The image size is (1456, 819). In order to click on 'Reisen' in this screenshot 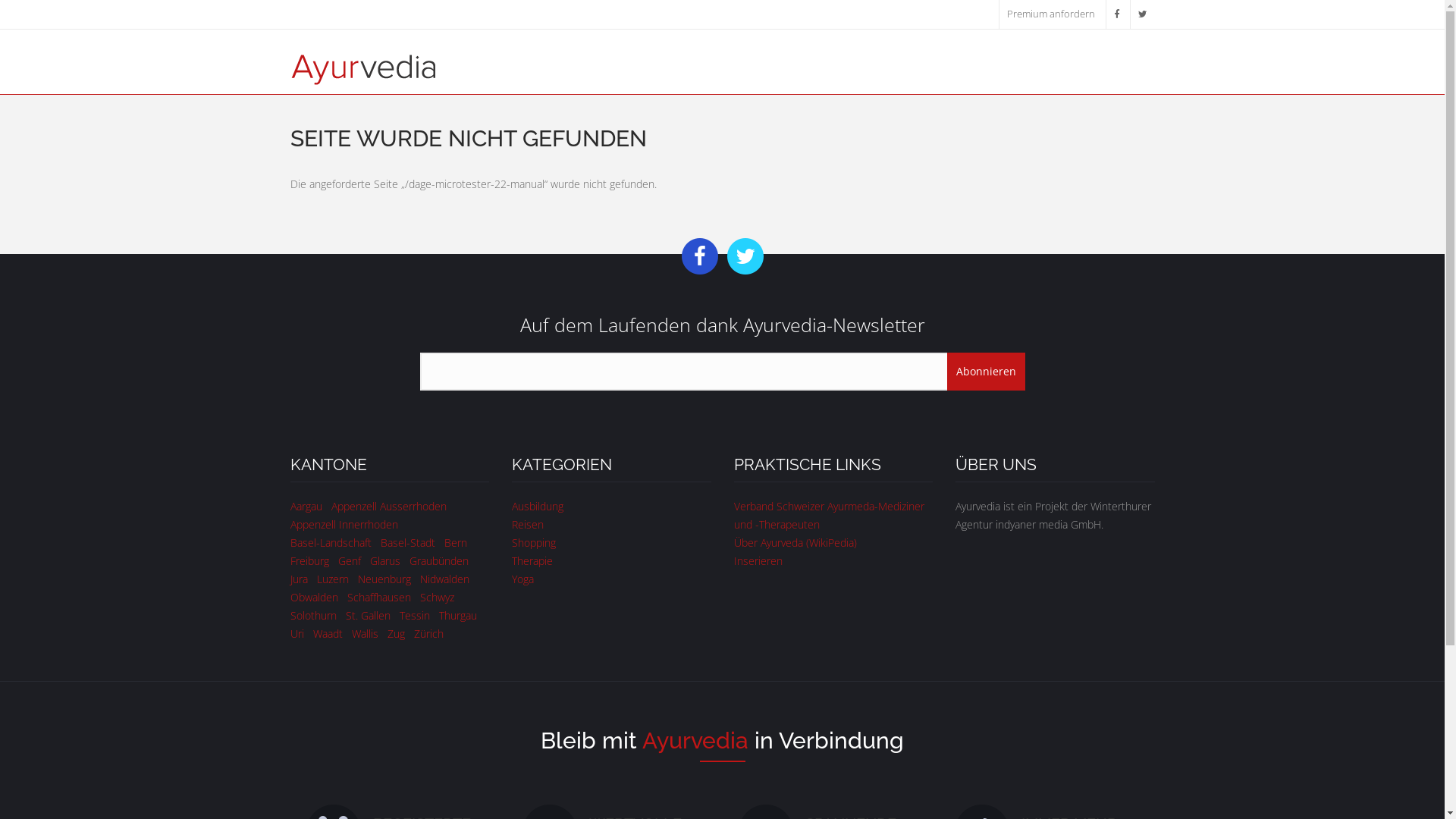, I will do `click(512, 523)`.